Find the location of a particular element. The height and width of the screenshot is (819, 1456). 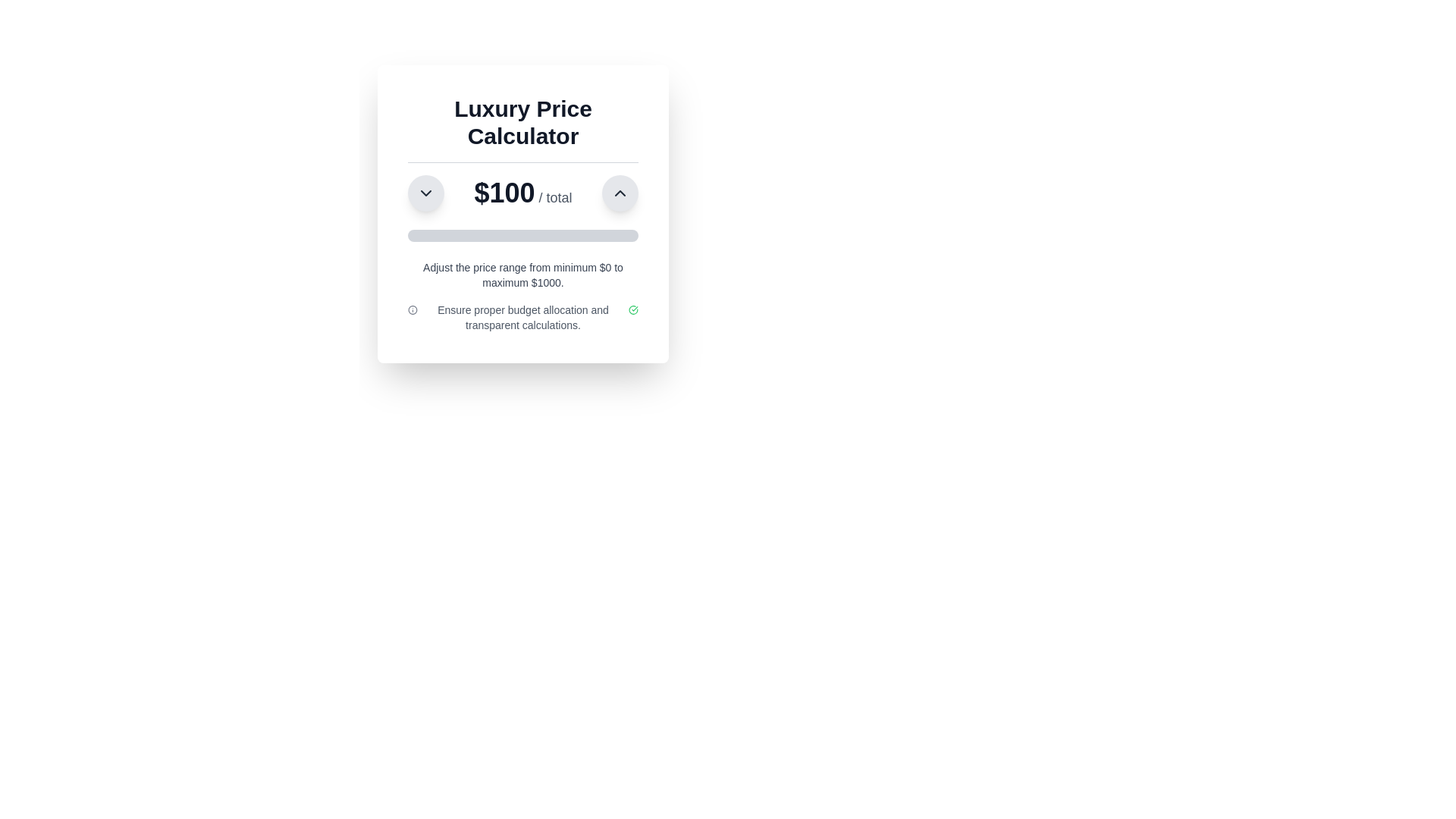

informational text component located at the bottom of the 'Luxury Price Calculator' card, which guides the user on budget allocation and calculations is located at coordinates (523, 317).